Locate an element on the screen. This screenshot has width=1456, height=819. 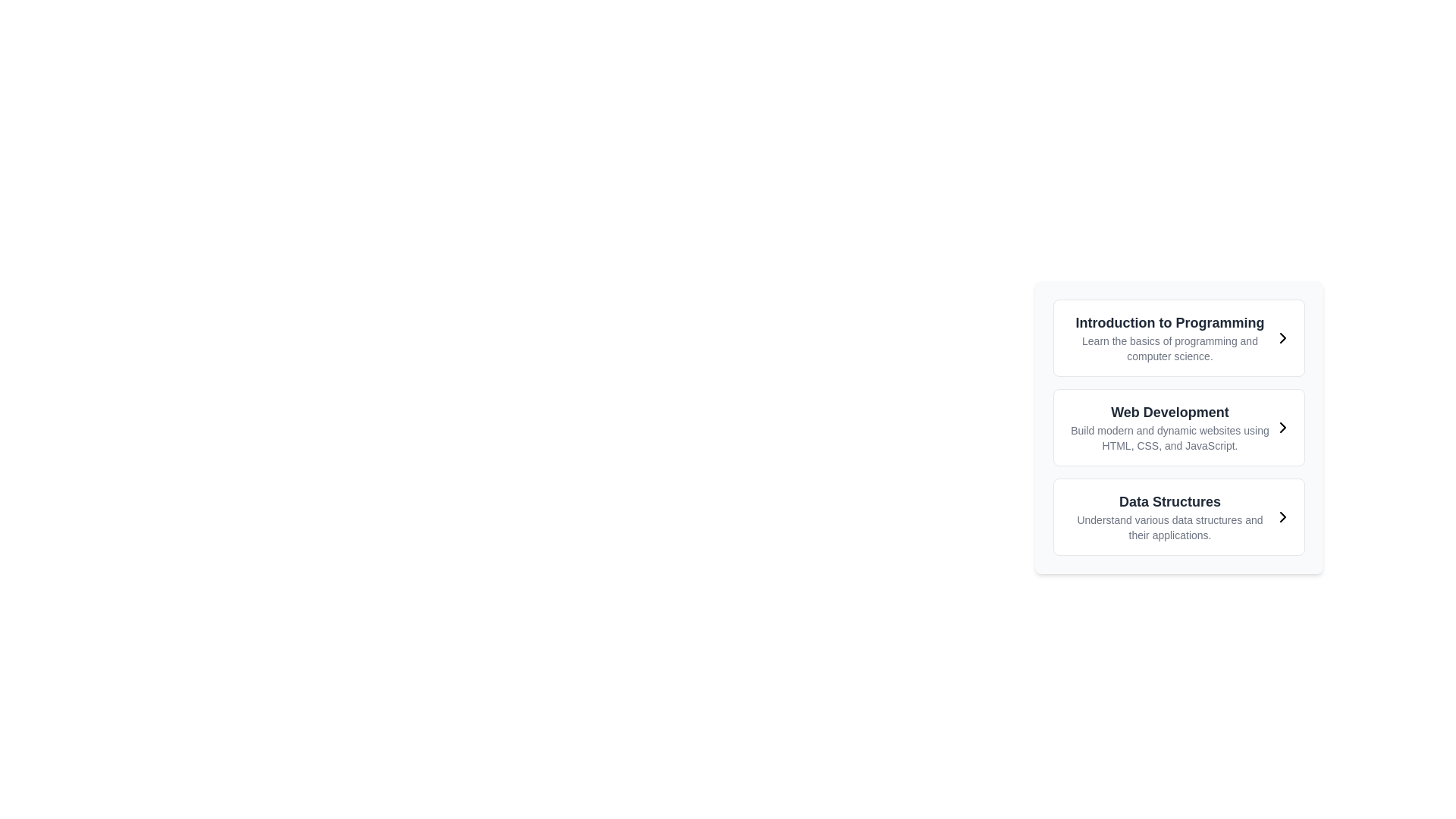
the list item titled 'Data Structures' is located at coordinates (1178, 516).